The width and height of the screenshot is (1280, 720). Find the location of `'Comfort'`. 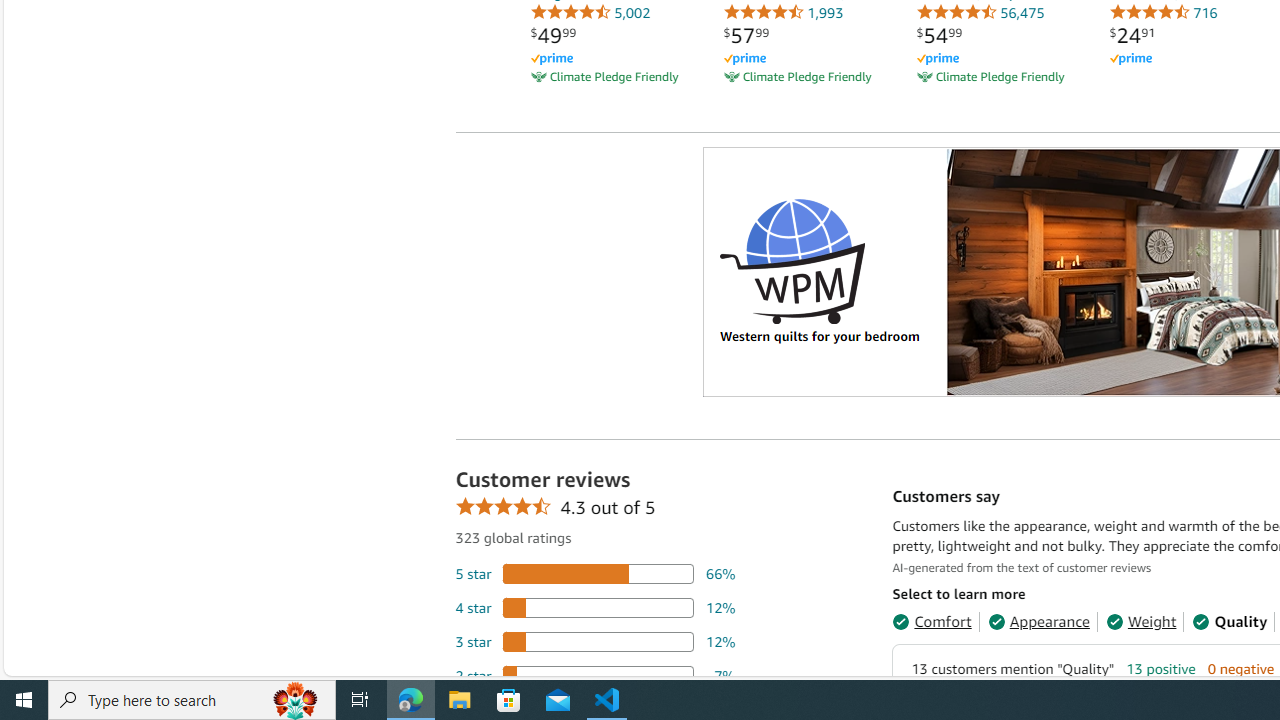

'Comfort' is located at coordinates (930, 620).